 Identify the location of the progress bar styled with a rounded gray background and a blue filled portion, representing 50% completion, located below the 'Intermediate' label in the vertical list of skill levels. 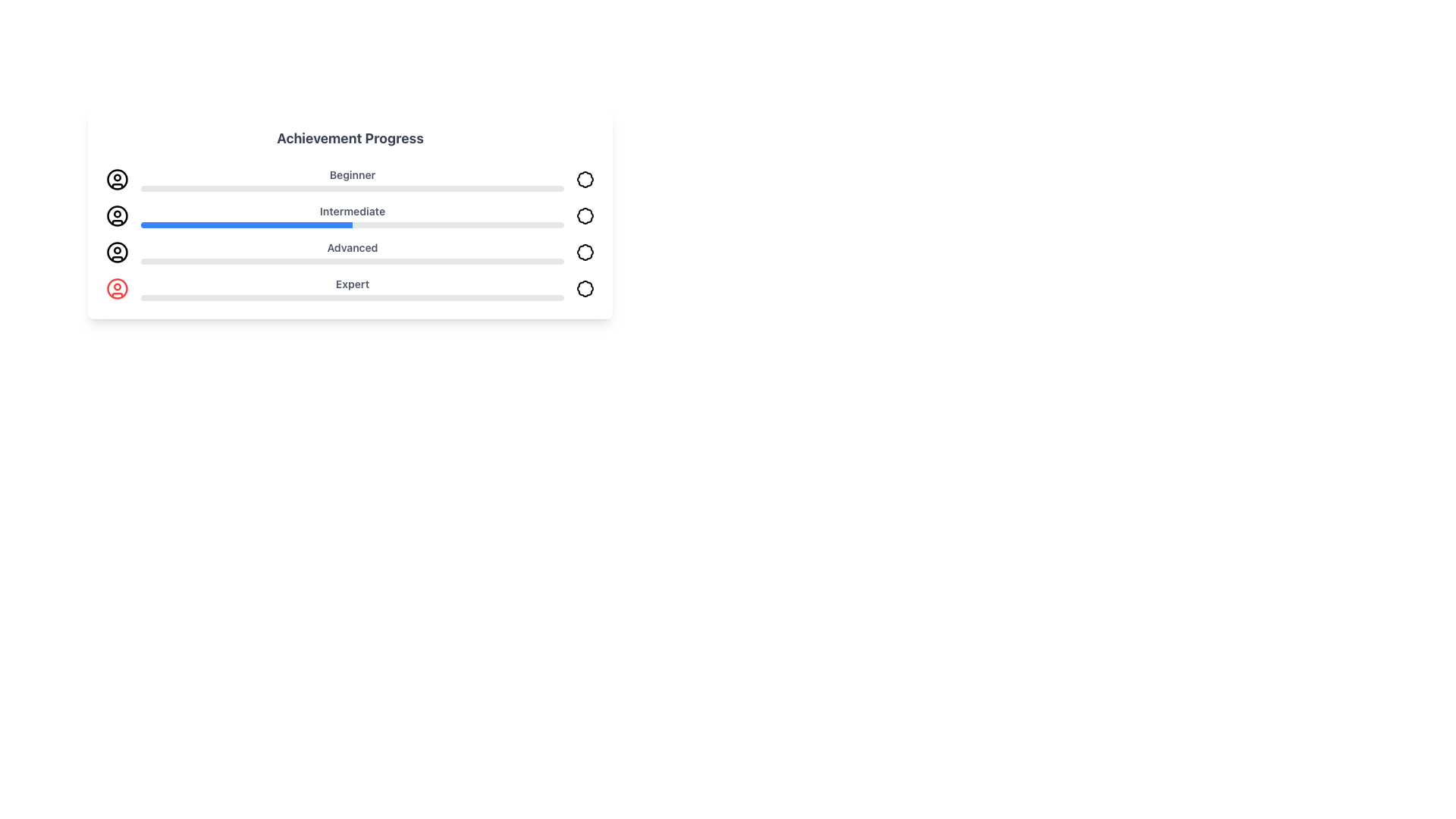
(352, 225).